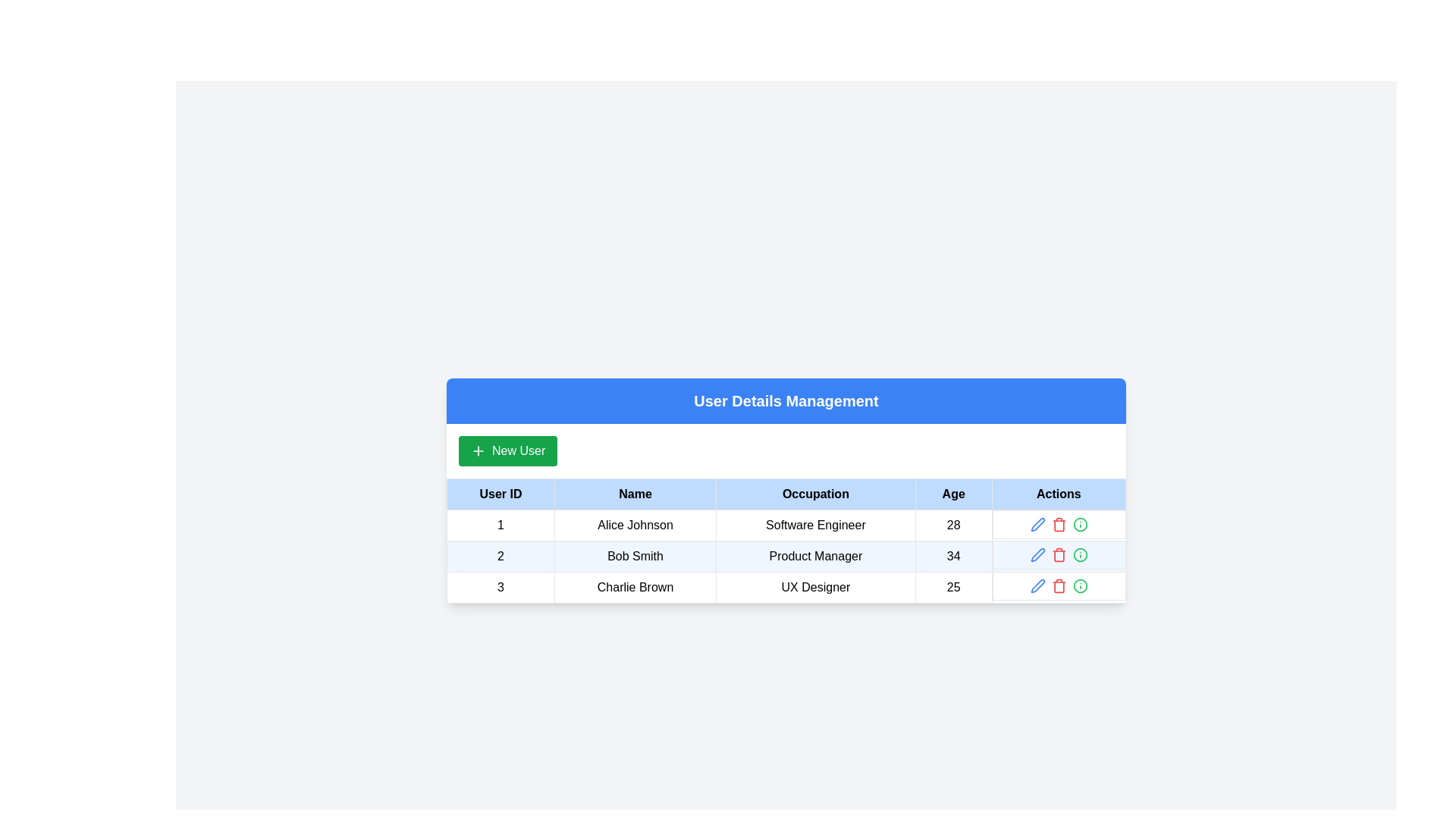 This screenshot has height=819, width=1456. What do you see at coordinates (1058, 494) in the screenshot?
I see `the 'Actions' column header cell in the table, which is the fifth header from the left, located at the far-right of the table, next to the 'Age' column header` at bounding box center [1058, 494].